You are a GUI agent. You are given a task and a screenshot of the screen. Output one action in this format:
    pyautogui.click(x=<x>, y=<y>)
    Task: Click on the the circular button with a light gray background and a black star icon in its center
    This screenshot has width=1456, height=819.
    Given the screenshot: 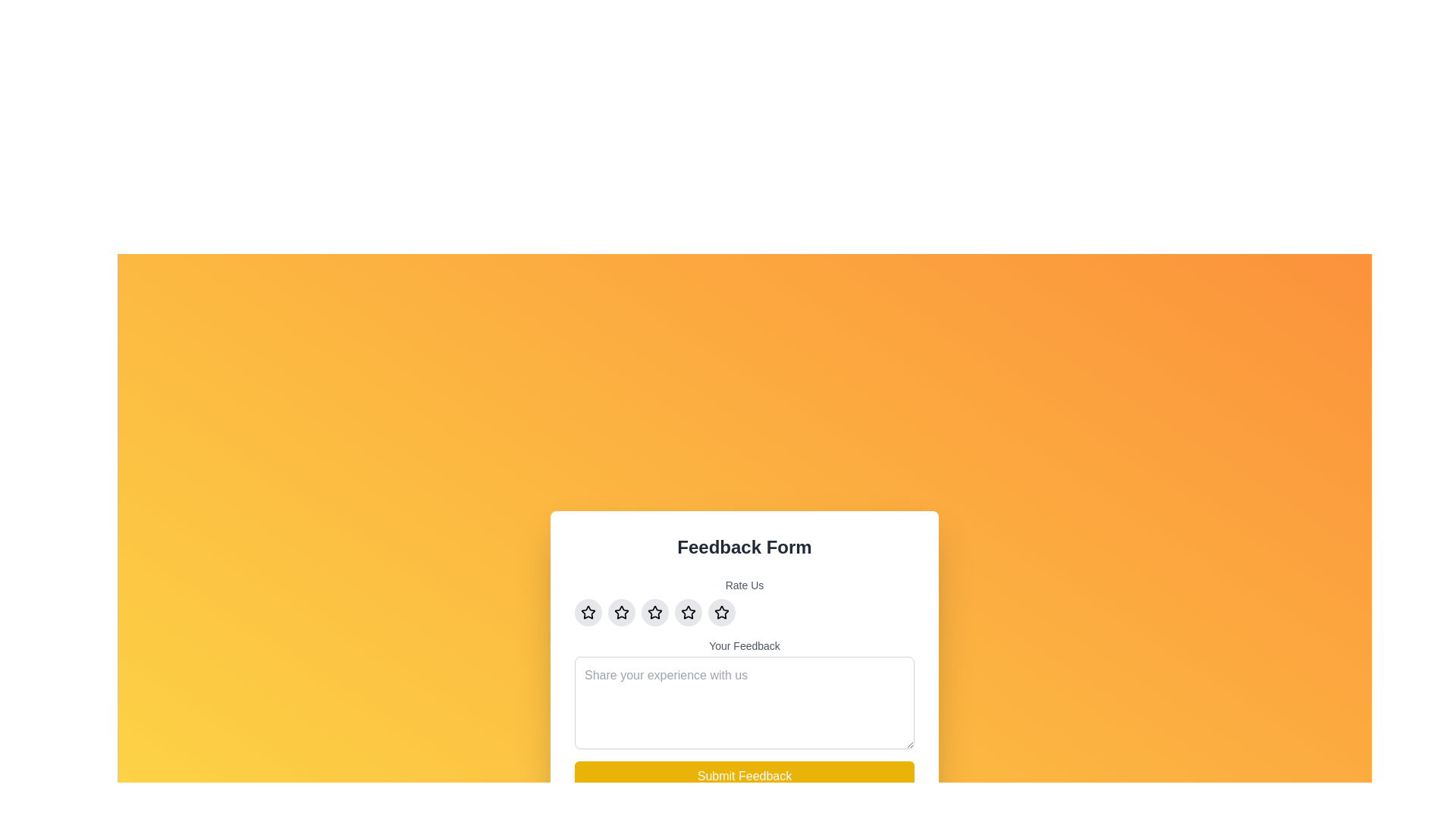 What is the action you would take?
    pyautogui.click(x=687, y=611)
    